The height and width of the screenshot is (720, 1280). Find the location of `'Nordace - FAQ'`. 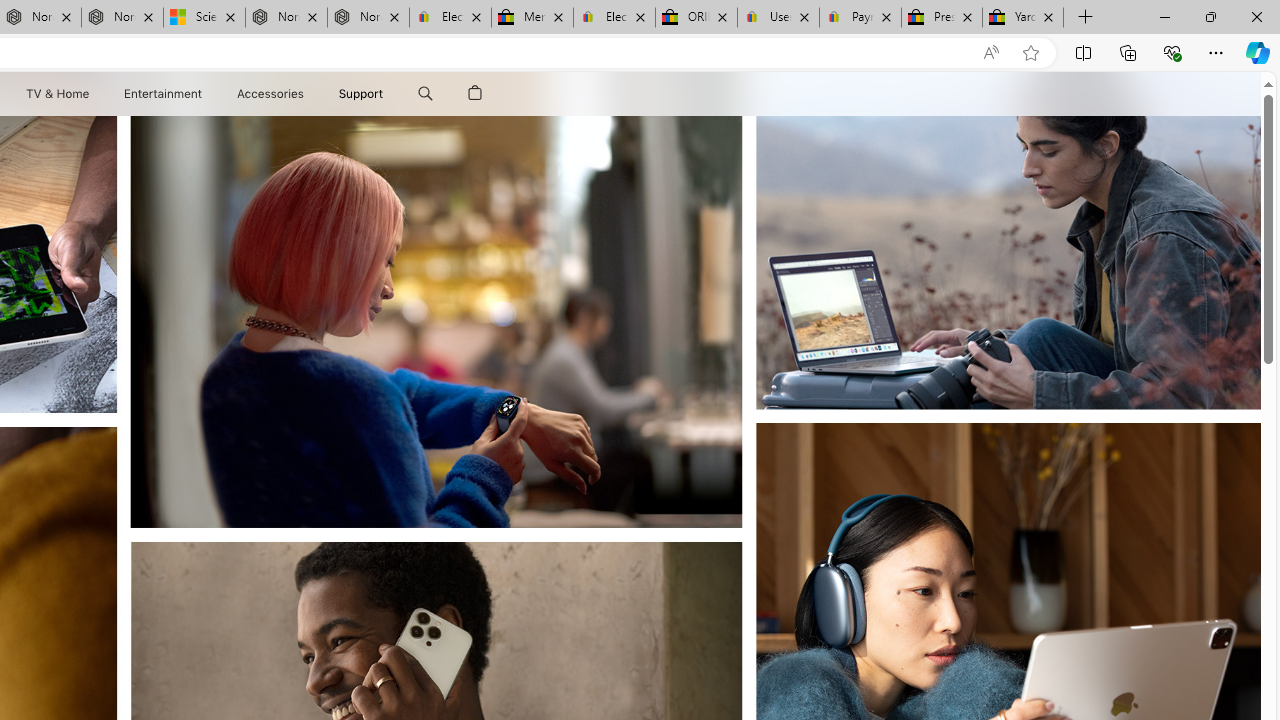

'Nordace - FAQ' is located at coordinates (368, 17).